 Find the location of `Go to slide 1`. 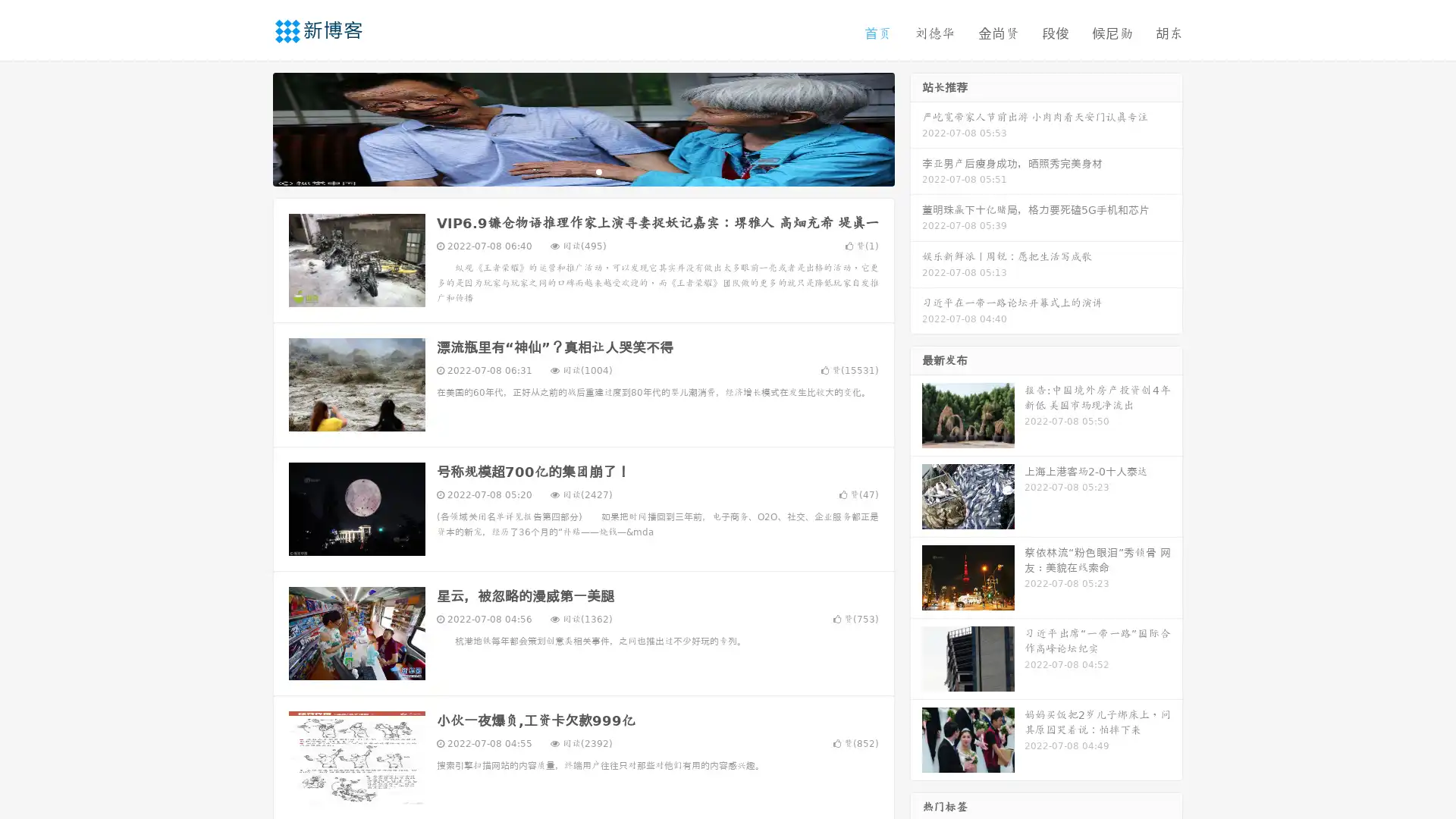

Go to slide 1 is located at coordinates (567, 171).